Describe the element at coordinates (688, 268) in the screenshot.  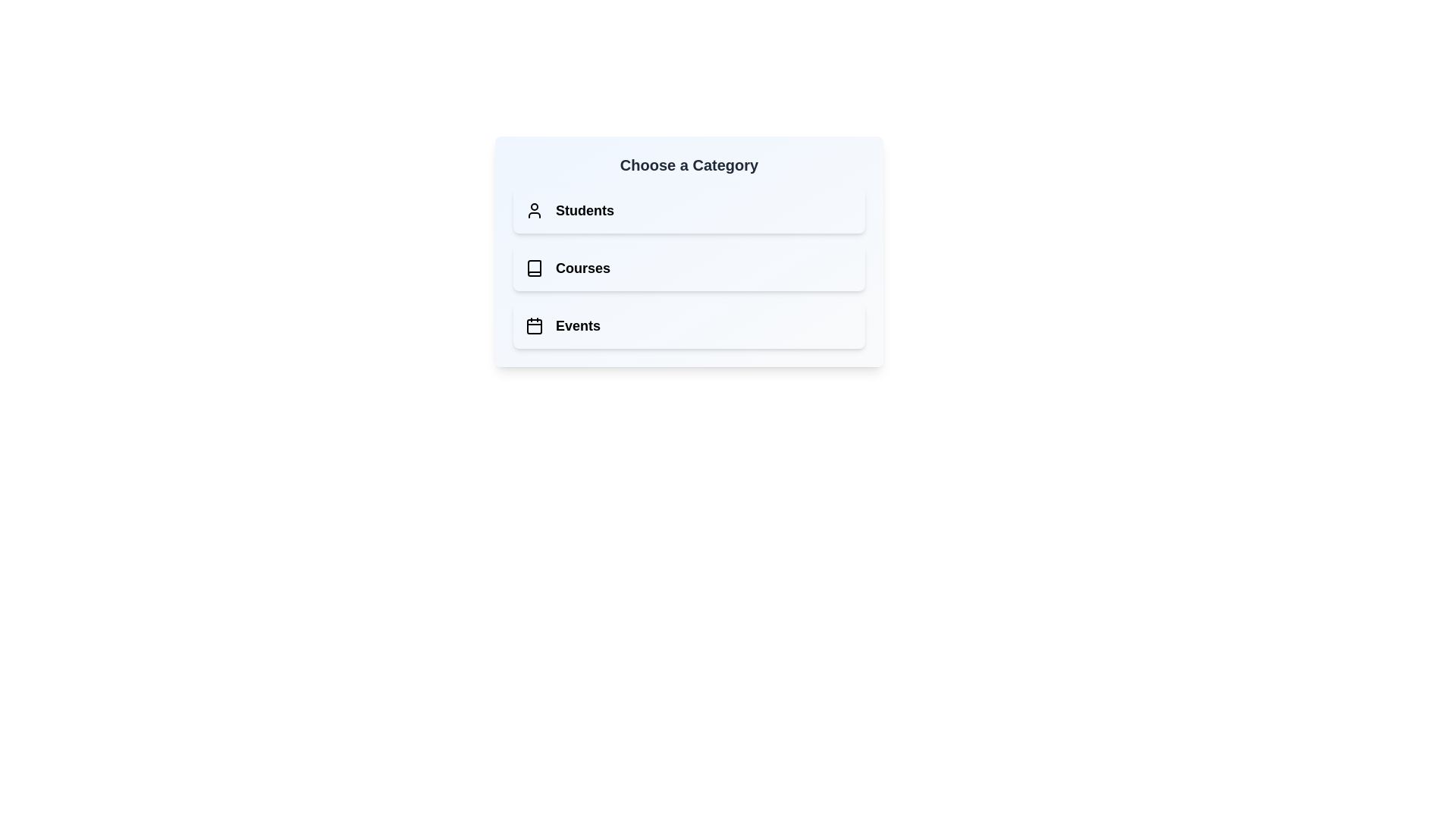
I see `the category card corresponding to Courses` at that location.